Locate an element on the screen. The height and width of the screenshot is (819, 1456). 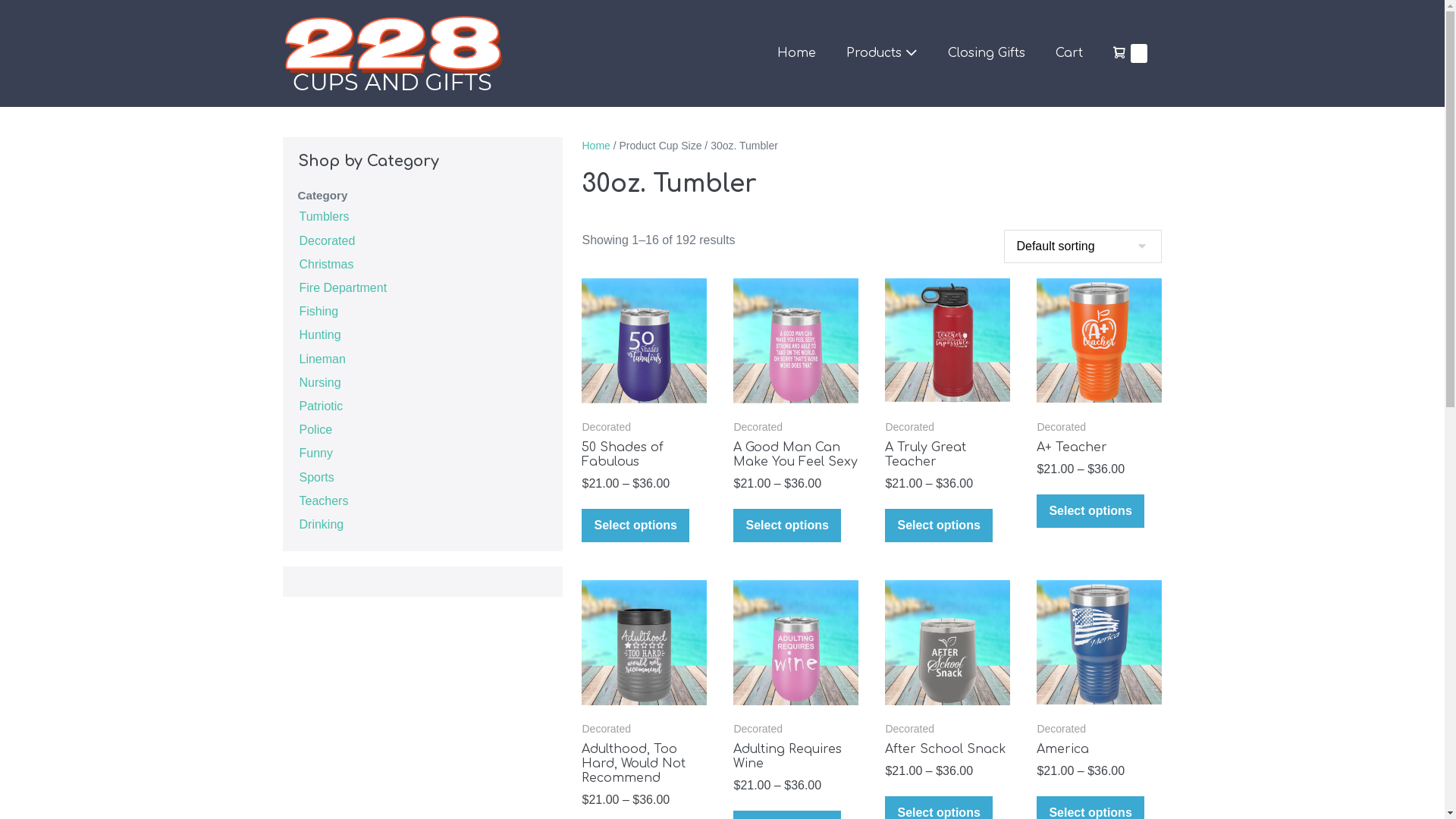
'Products' is located at coordinates (881, 52).